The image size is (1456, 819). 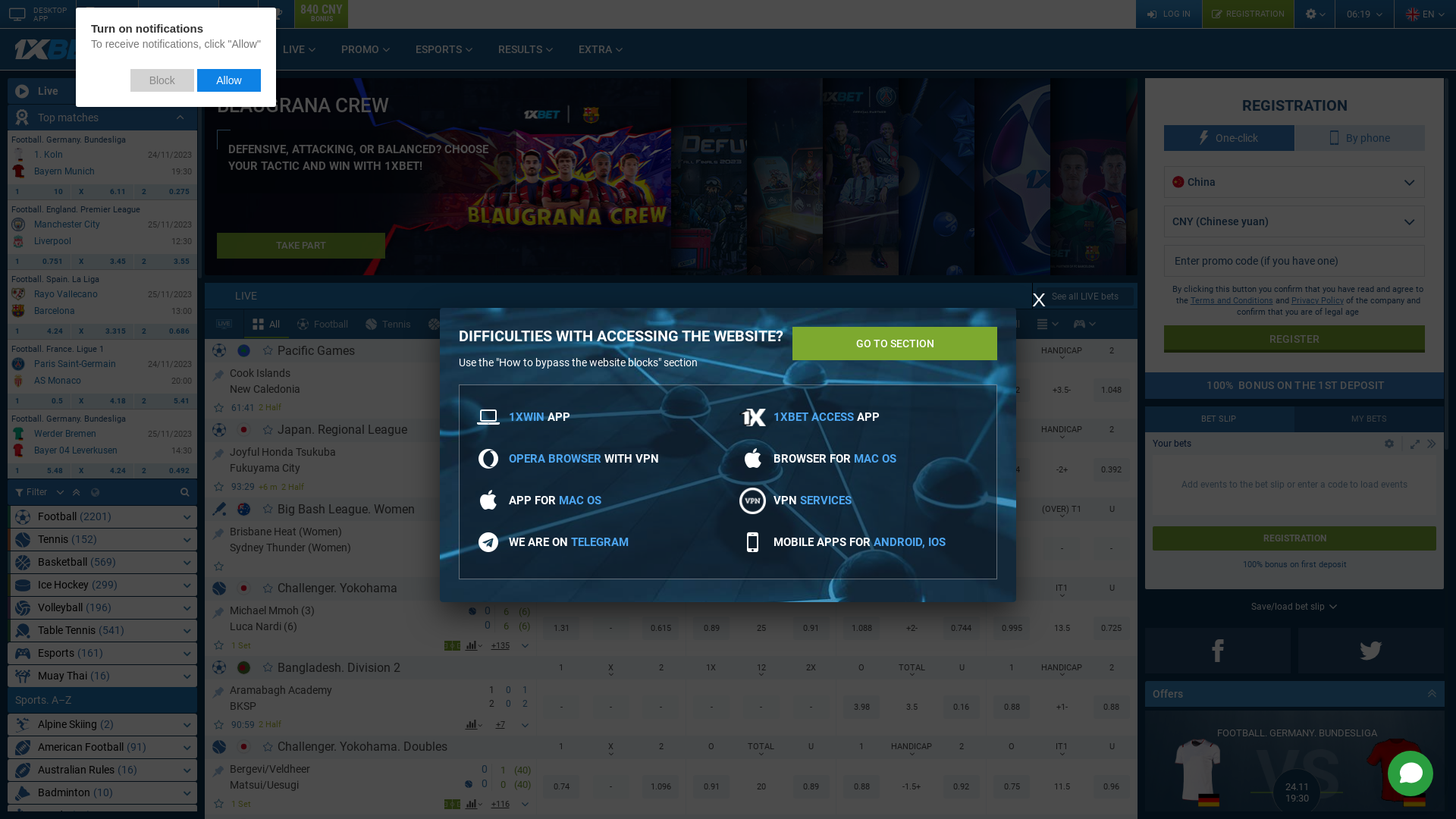 I want to click on 'REGISTRATION', so click(x=1247, y=14).